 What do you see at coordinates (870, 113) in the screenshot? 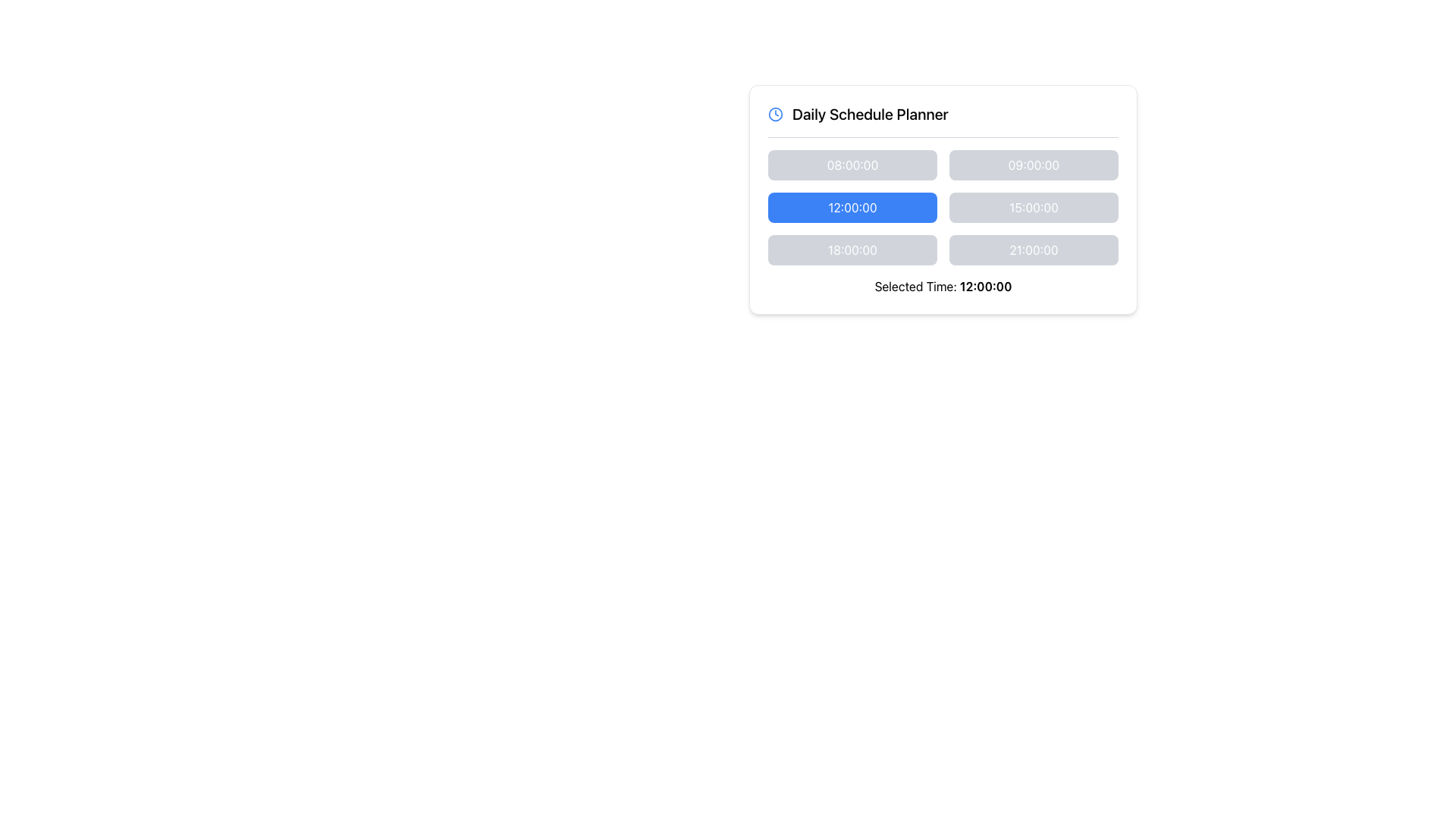
I see `text displayed on the header label in the daily schedule planner interface, which is located to the right of the clock icon` at bounding box center [870, 113].